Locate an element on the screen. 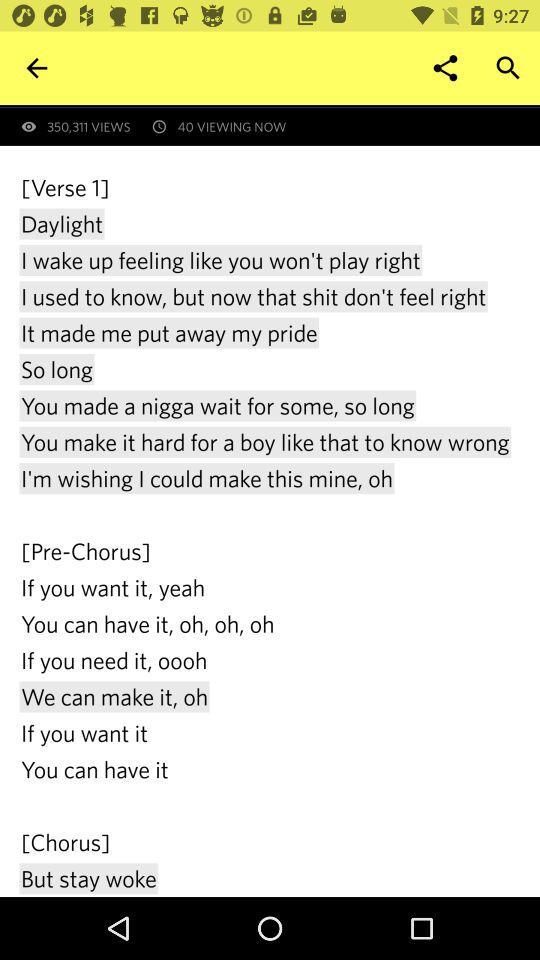 The height and width of the screenshot is (960, 540). verse 1 daylight is located at coordinates (270, 533).